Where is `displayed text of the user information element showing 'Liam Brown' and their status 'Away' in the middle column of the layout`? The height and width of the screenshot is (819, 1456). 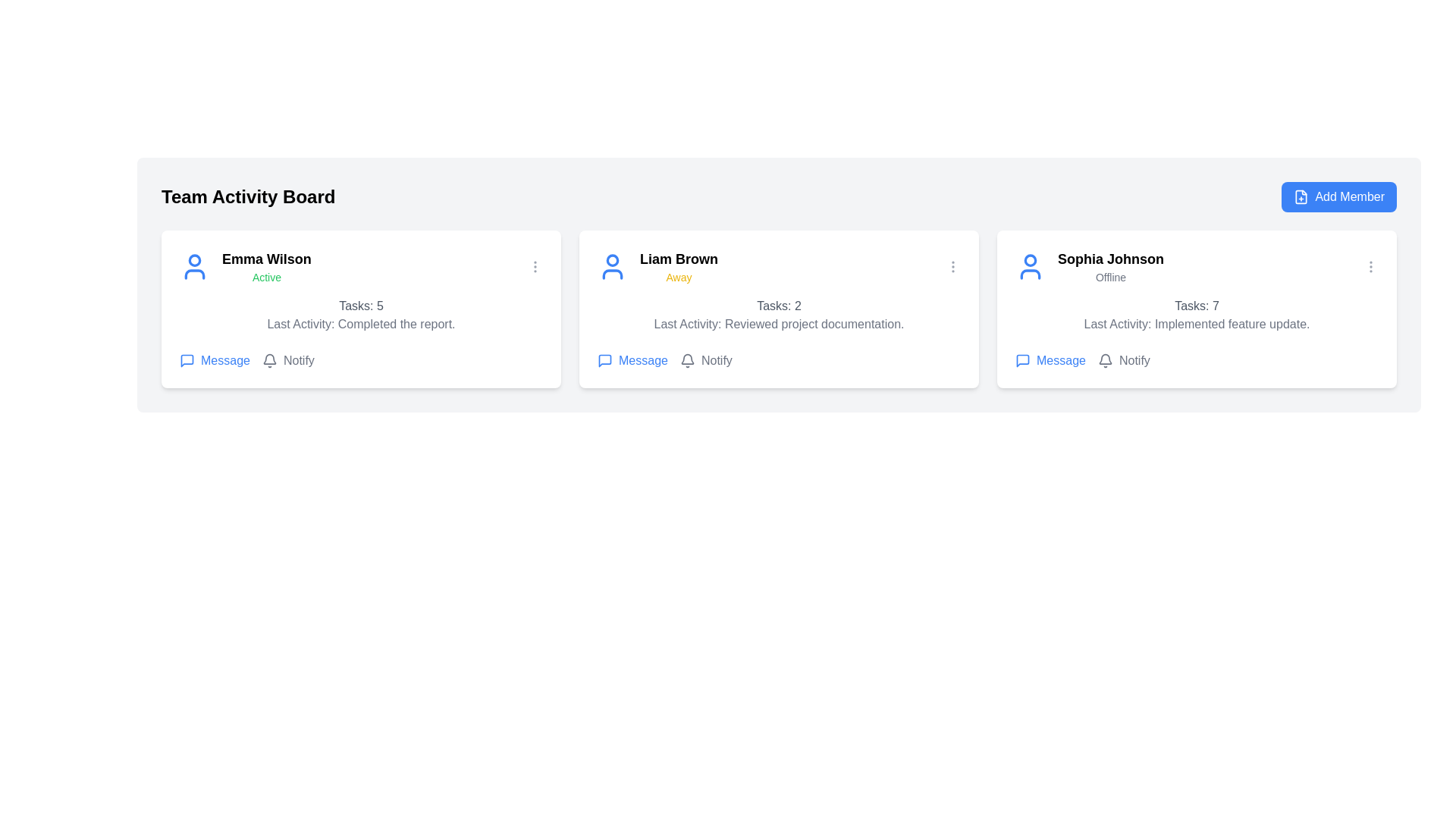
displayed text of the user information element showing 'Liam Brown' and their status 'Away' in the middle column of the layout is located at coordinates (657, 265).